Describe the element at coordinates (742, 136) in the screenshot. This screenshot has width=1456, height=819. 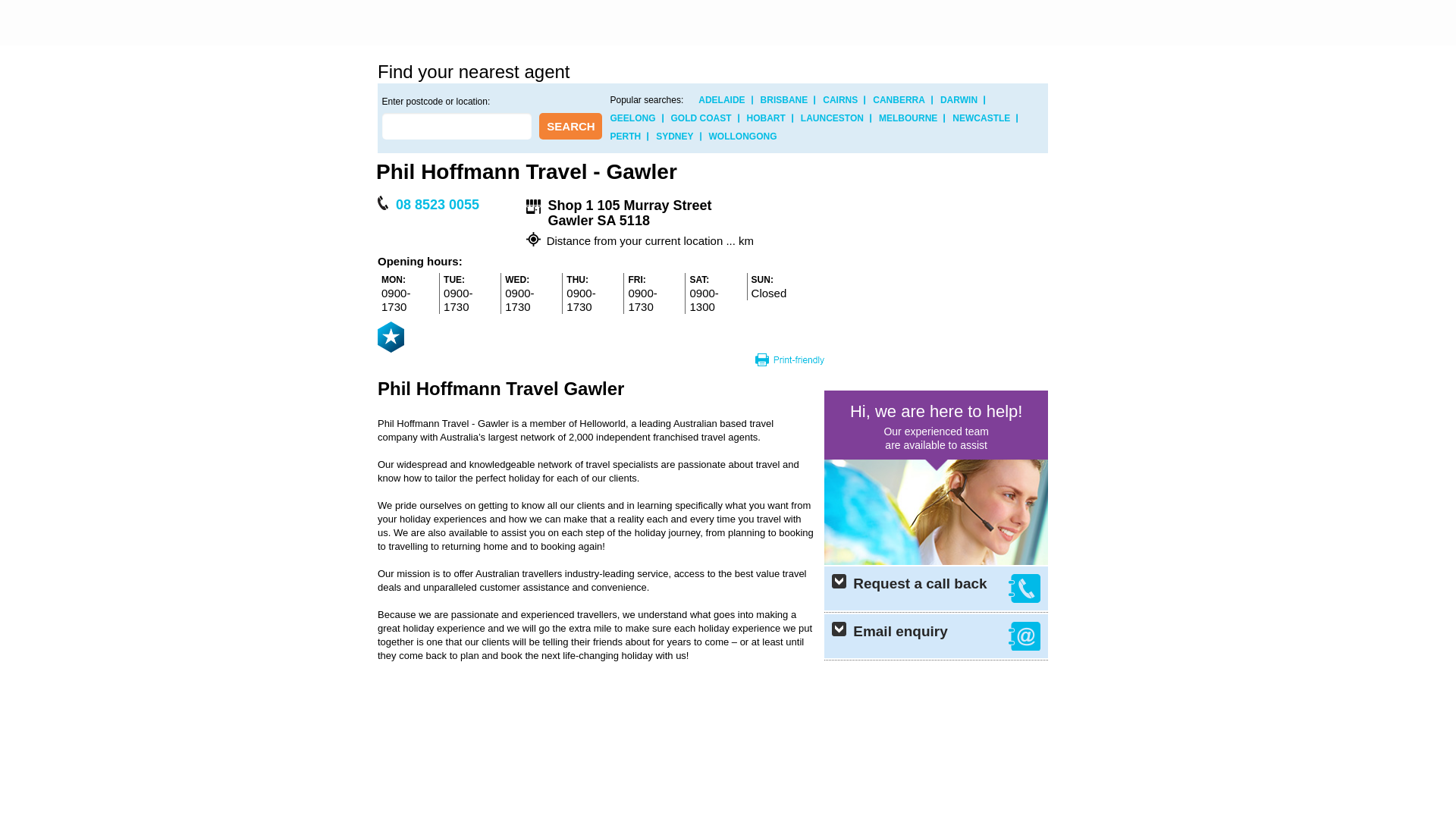
I see `'WOLLONGONG'` at that location.